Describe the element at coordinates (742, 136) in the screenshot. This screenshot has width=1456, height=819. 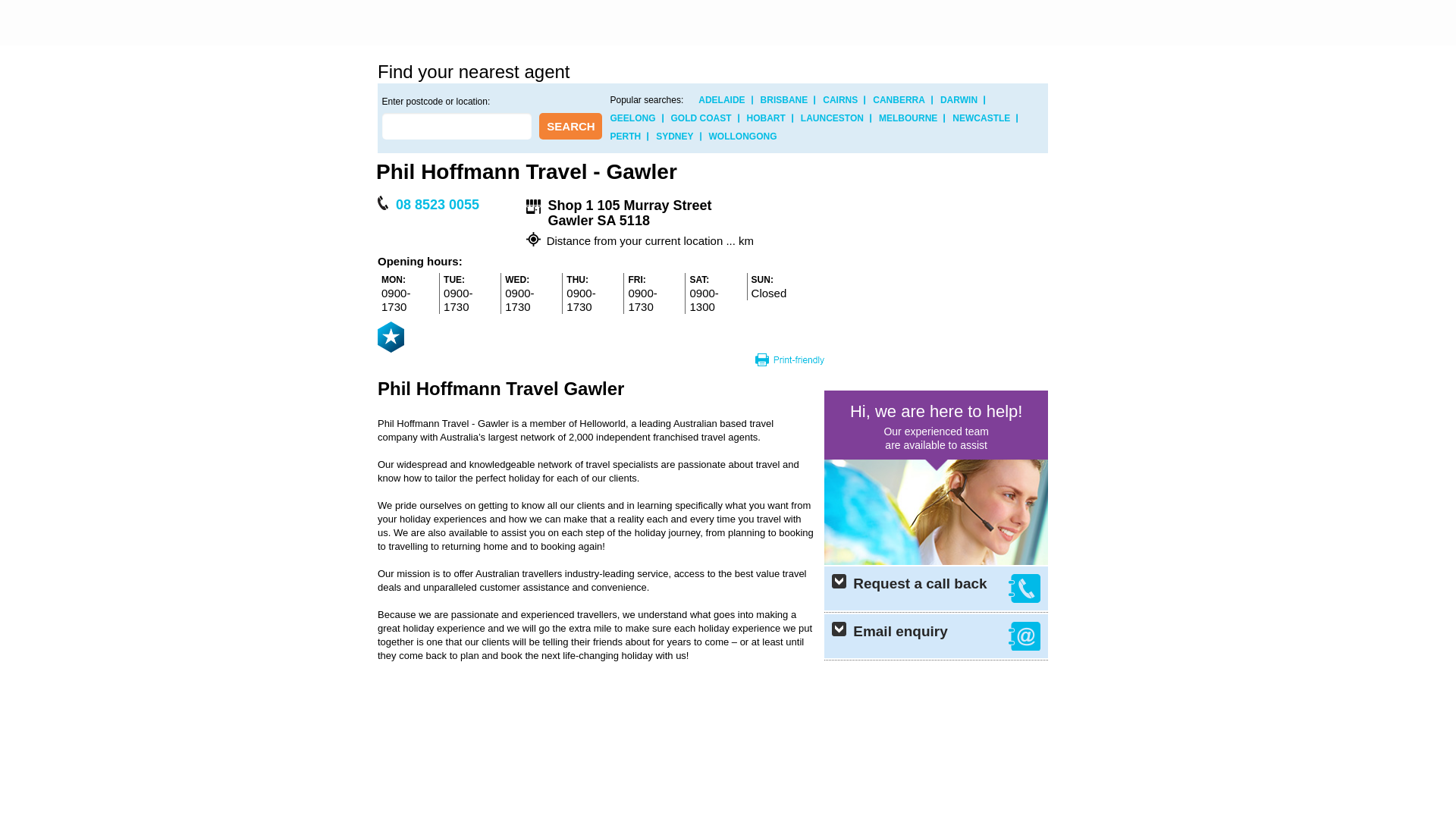
I see `'WOLLONGONG'` at that location.